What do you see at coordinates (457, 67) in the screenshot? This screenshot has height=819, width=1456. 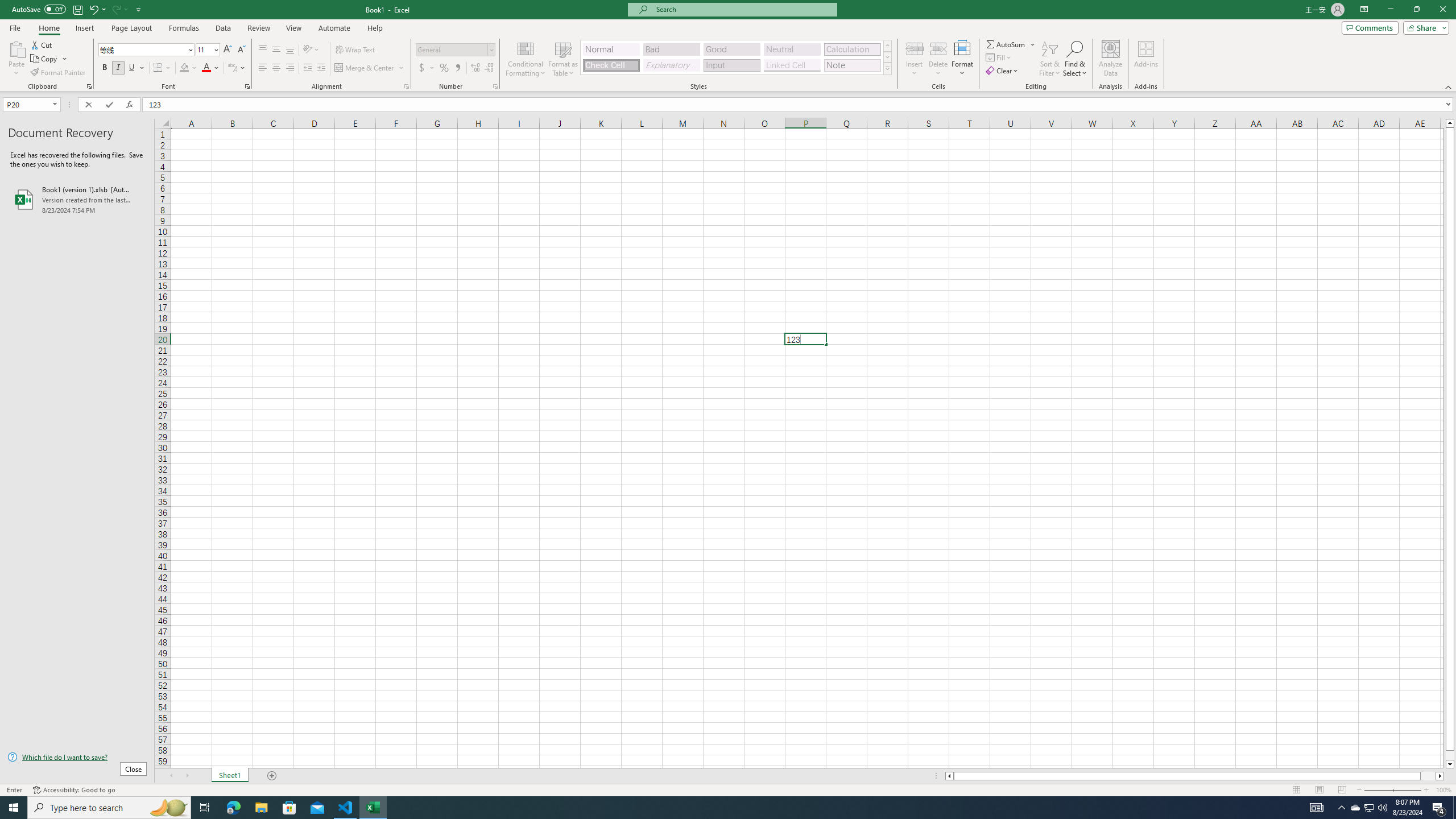 I see `'Comma Style'` at bounding box center [457, 67].